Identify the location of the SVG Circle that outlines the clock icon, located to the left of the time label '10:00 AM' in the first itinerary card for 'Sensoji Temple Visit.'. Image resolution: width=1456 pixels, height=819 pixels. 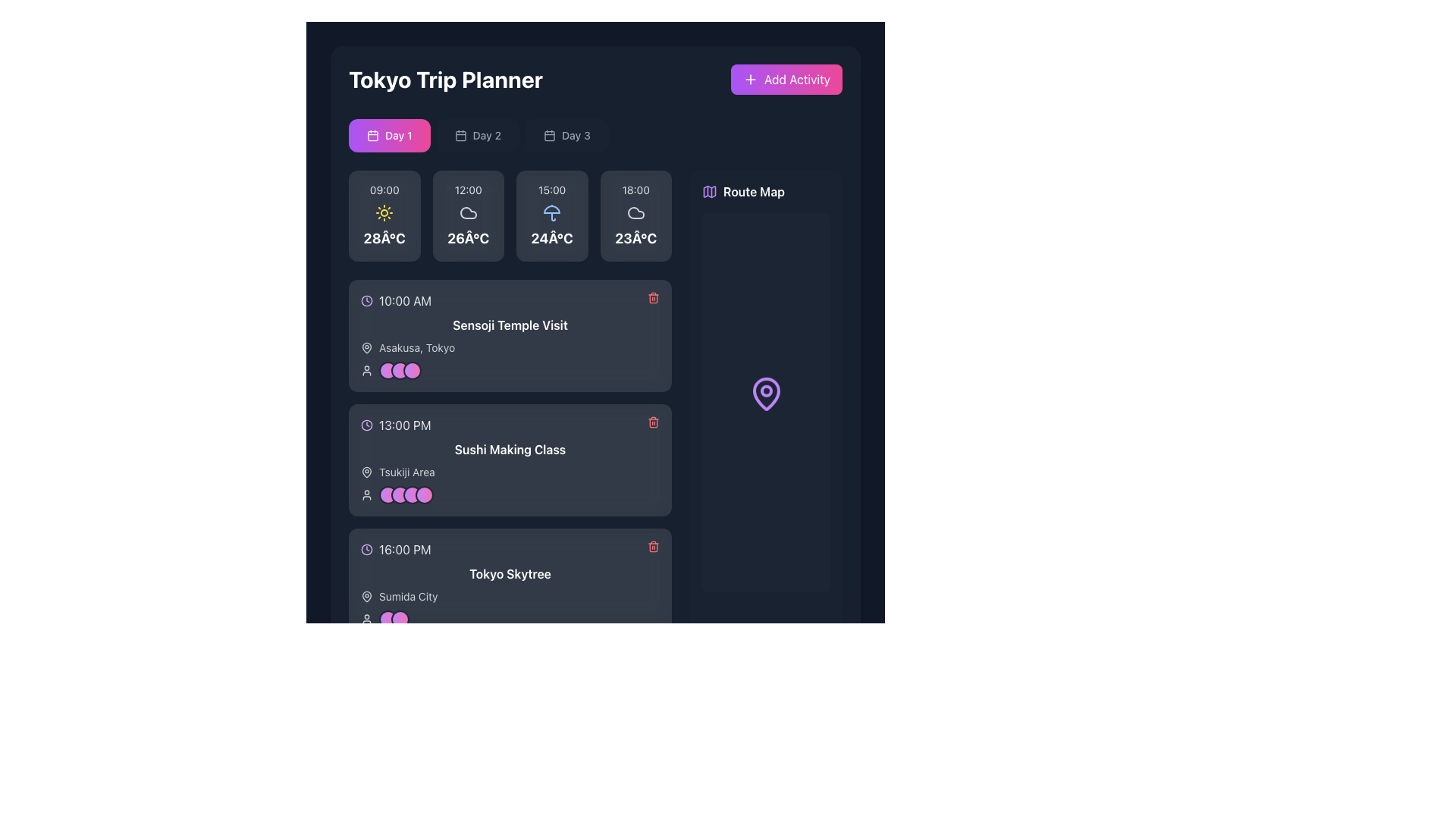
(367, 301).